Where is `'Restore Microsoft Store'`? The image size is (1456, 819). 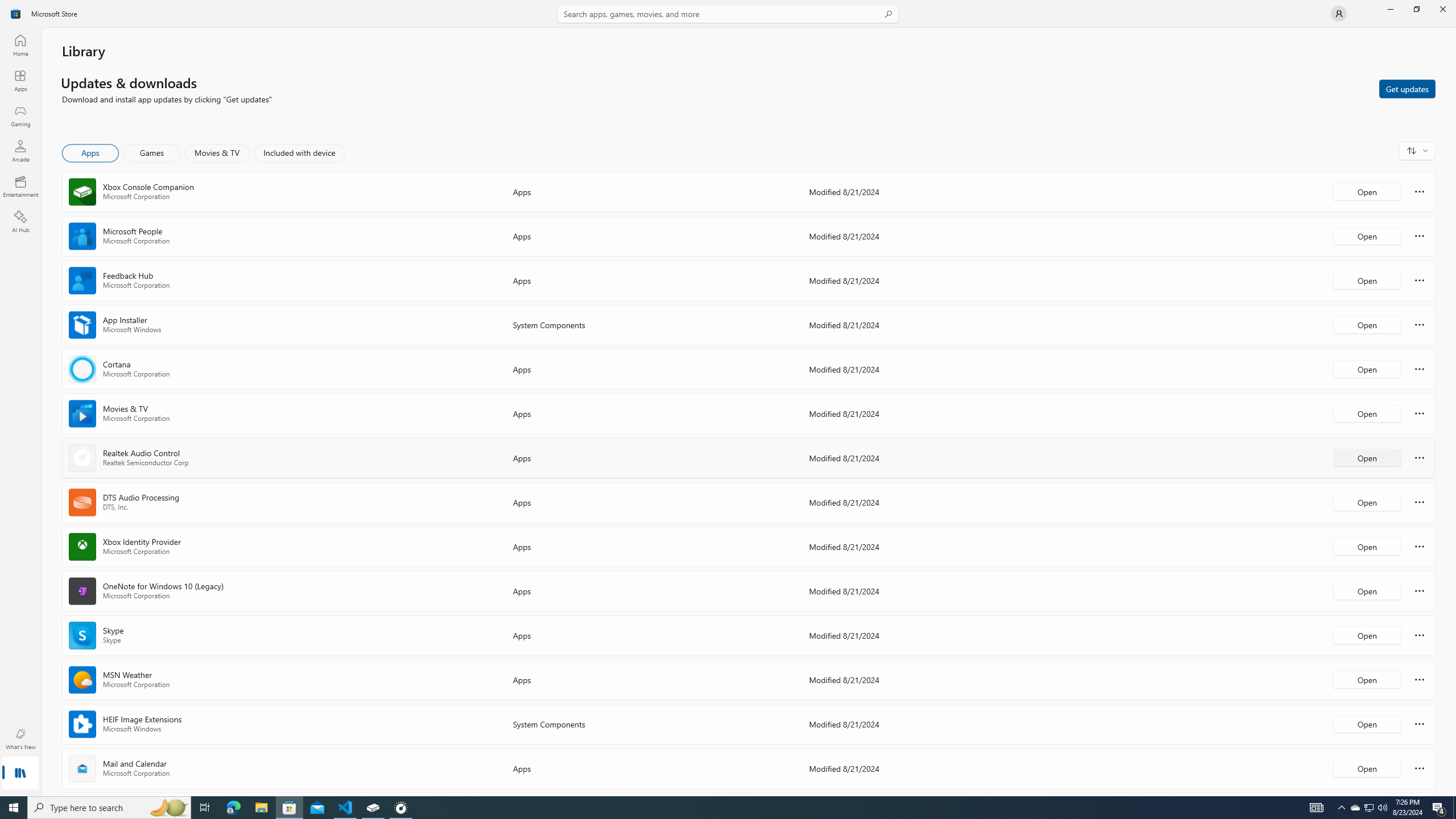 'Restore Microsoft Store' is located at coordinates (1416, 9).